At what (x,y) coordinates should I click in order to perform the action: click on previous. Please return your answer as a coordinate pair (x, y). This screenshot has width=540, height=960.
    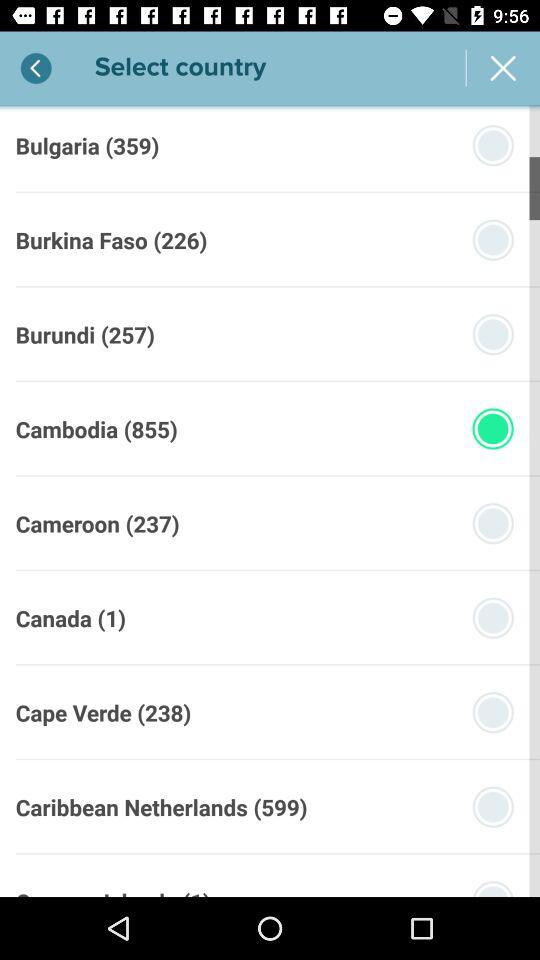
    Looking at the image, I should click on (36, 68).